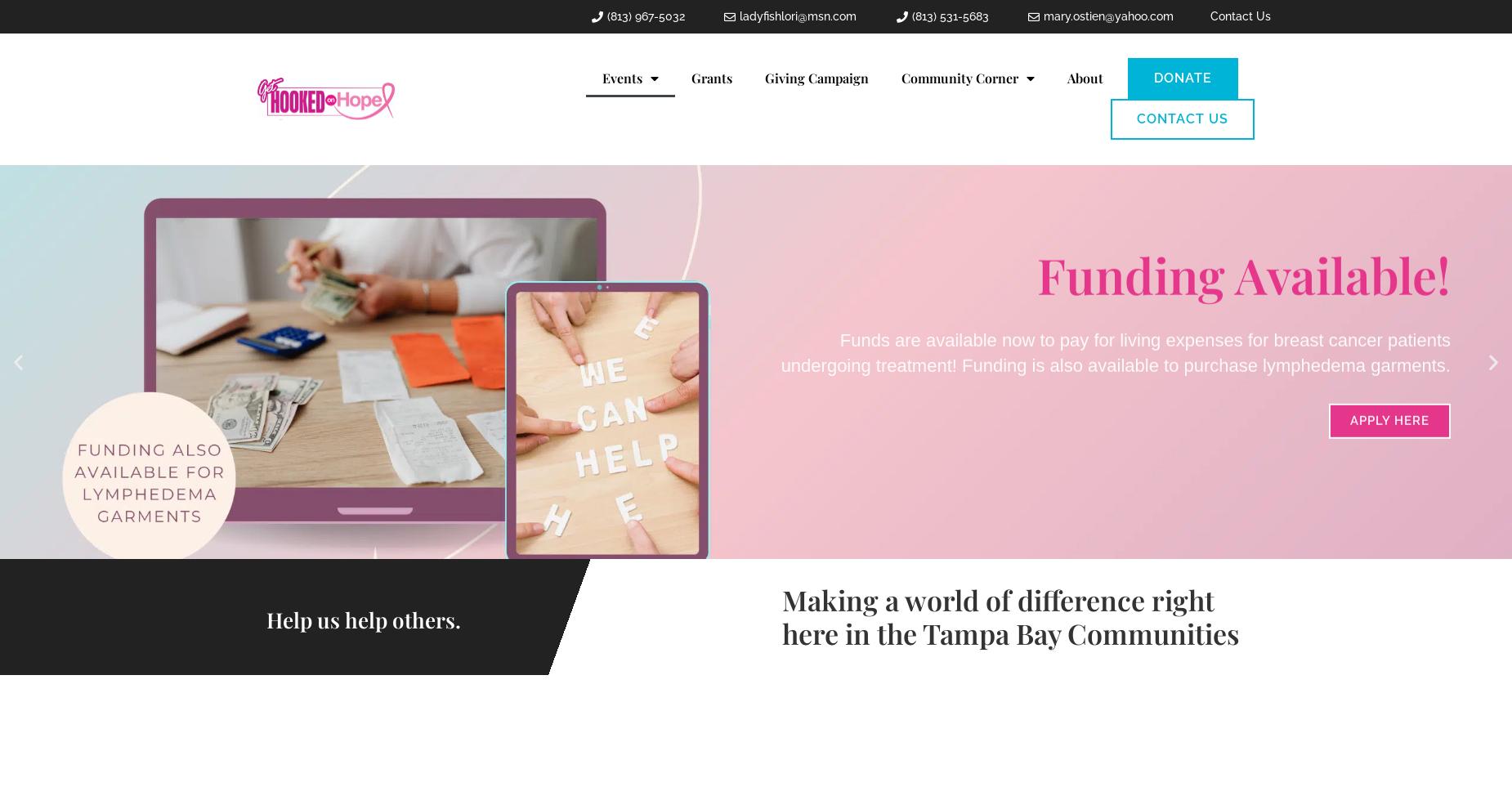 The width and height of the screenshot is (1512, 796). I want to click on '(813) 531-5683', so click(910, 16).